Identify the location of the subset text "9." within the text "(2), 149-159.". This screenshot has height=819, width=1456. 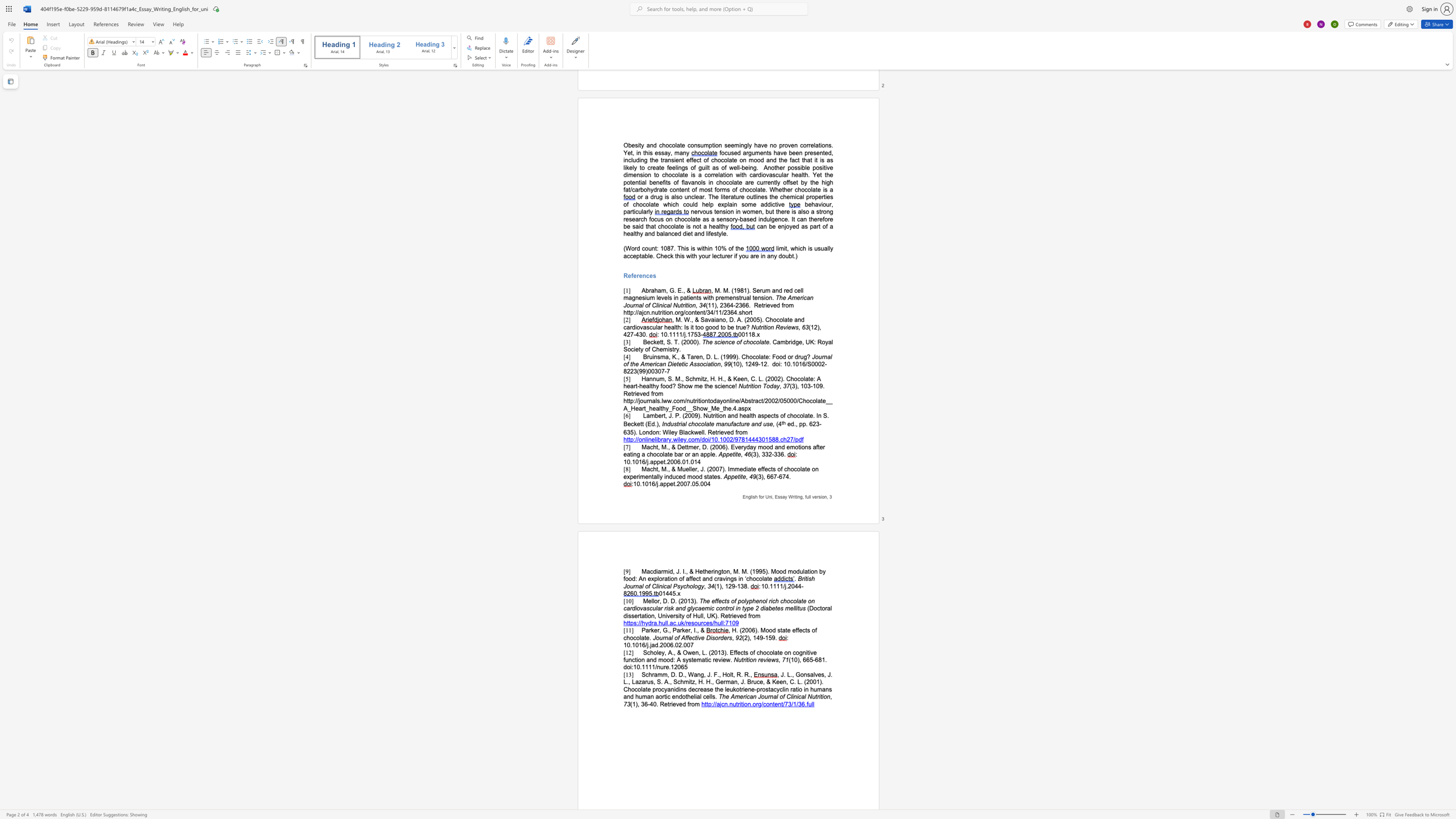
(771, 638).